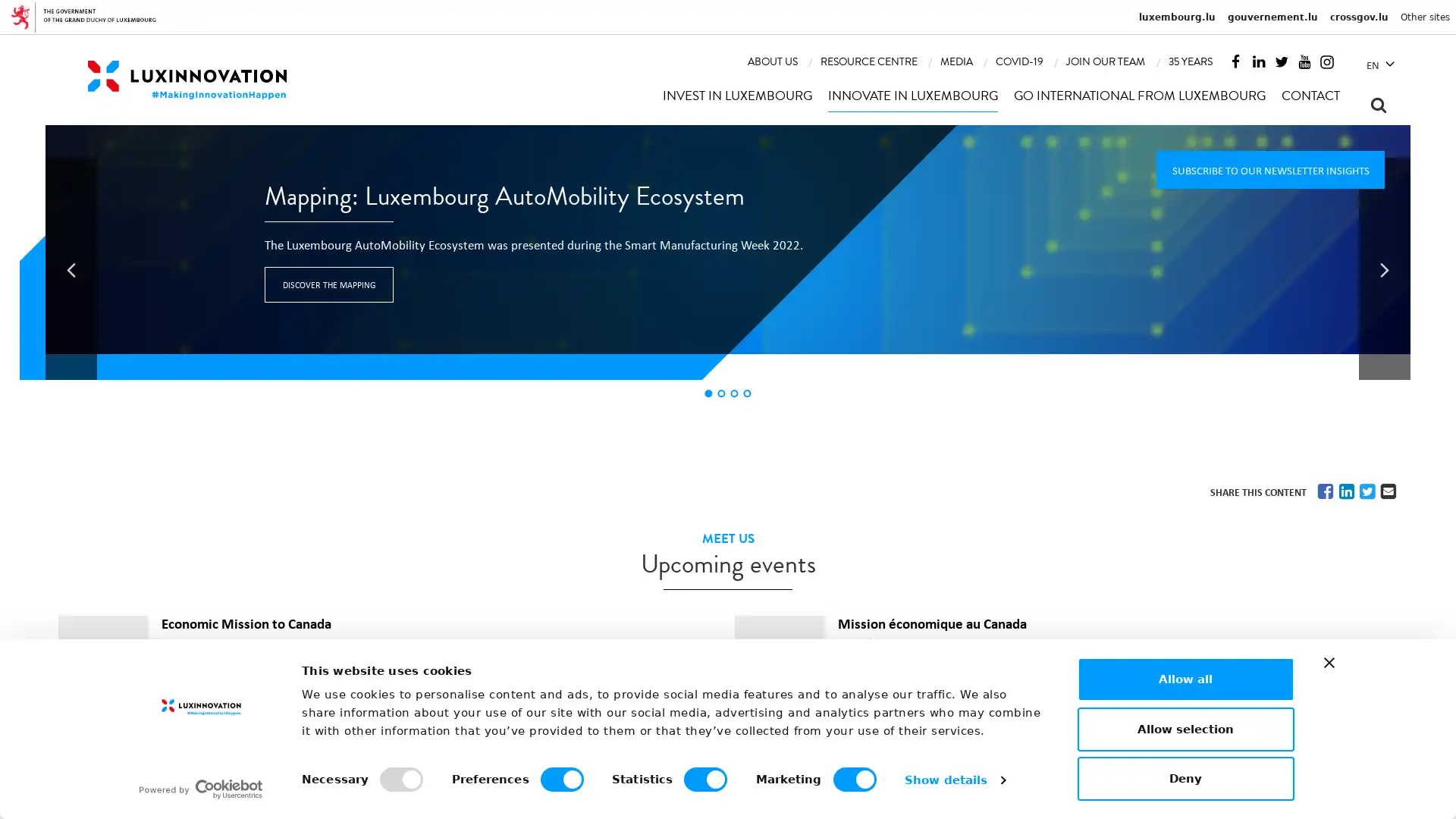 This screenshot has width=1456, height=819. What do you see at coordinates (1328, 662) in the screenshot?
I see `Close banner` at bounding box center [1328, 662].